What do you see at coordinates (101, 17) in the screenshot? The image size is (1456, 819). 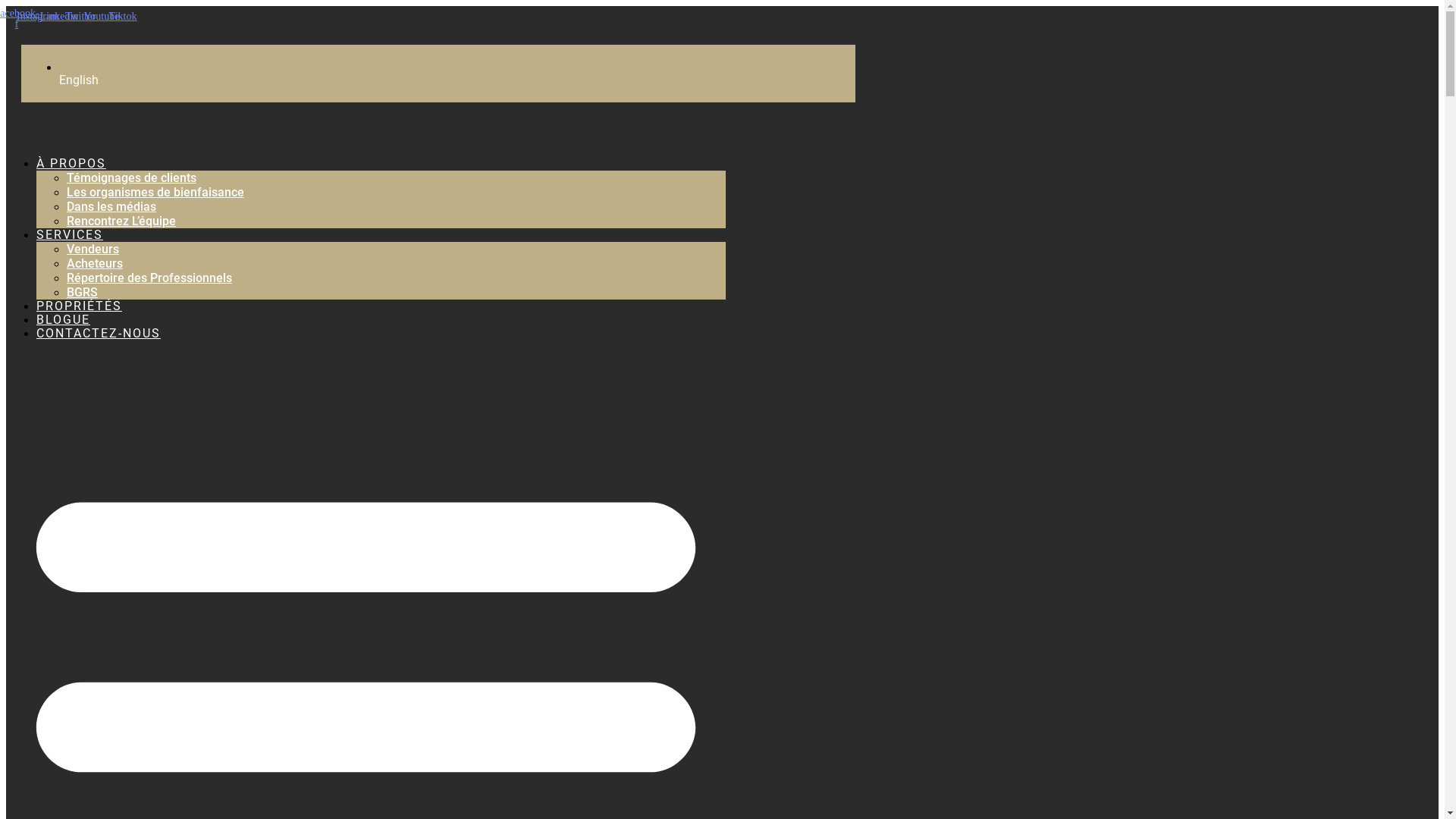 I see `'Youtube'` at bounding box center [101, 17].